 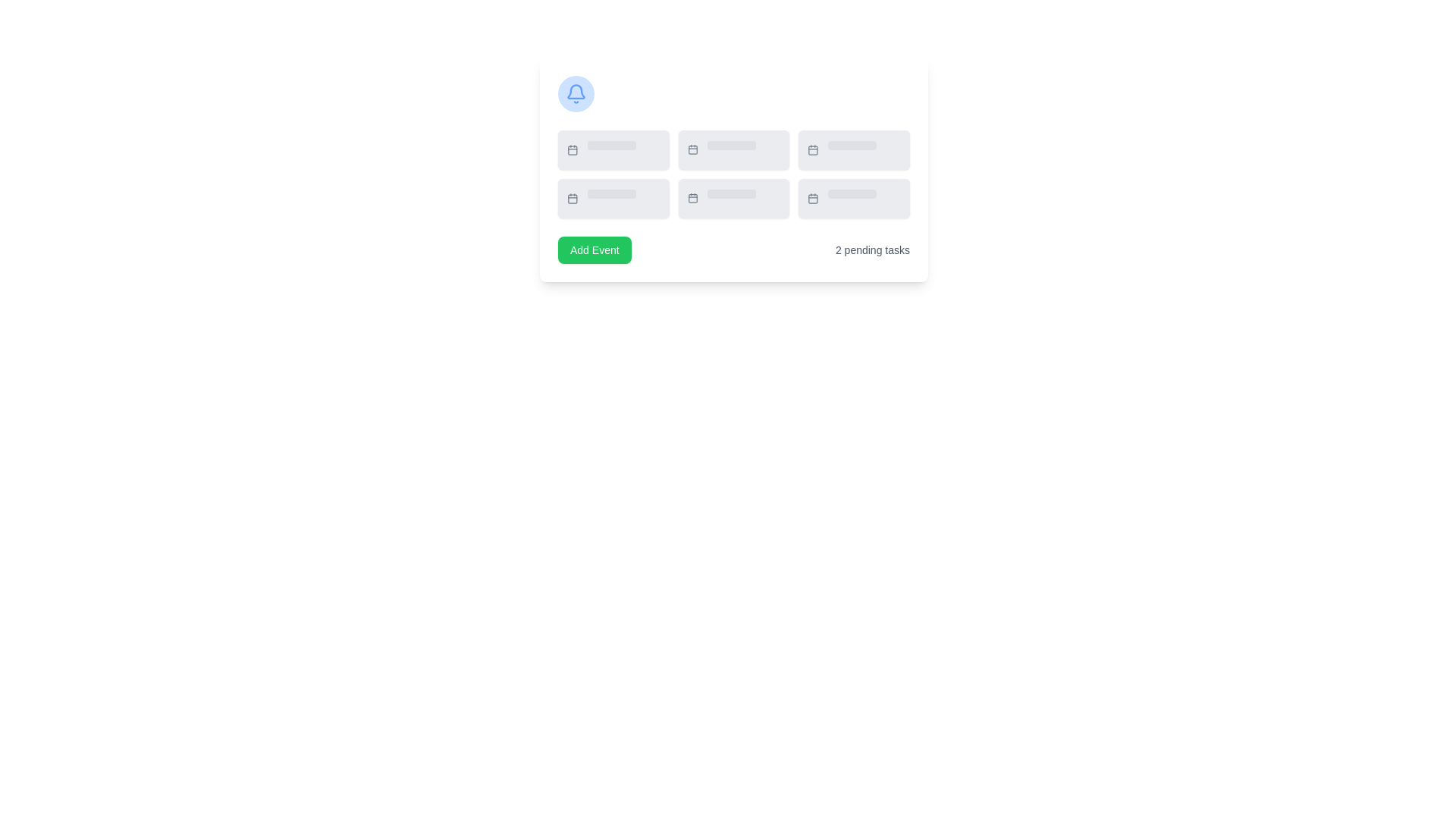 I want to click on the calendar icon, which is gray and contained within a rounded background, located in the second row, middle column of the list/grid, so click(x=692, y=149).